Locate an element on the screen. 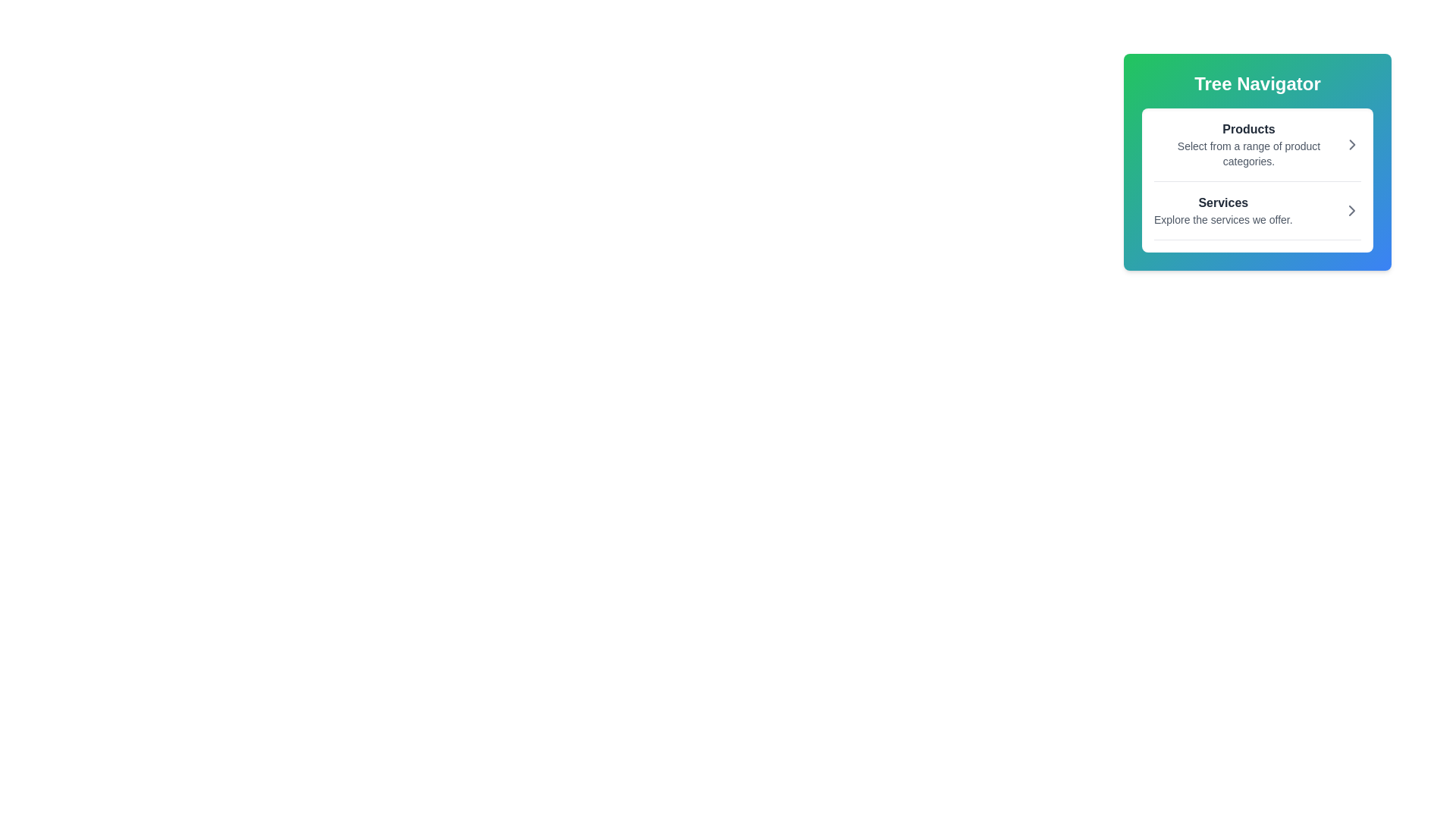  the 'Tree Navigator' text label, which is bold and white, positioned near the top of a gradient box transitioning from green to blue is located at coordinates (1257, 84).